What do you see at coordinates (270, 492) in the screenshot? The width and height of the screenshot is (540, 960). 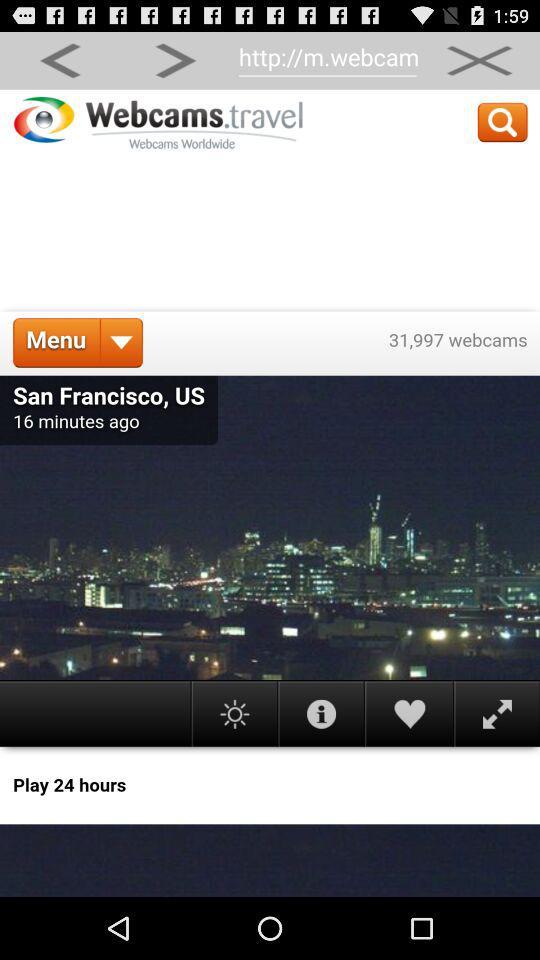 I see `open page` at bounding box center [270, 492].